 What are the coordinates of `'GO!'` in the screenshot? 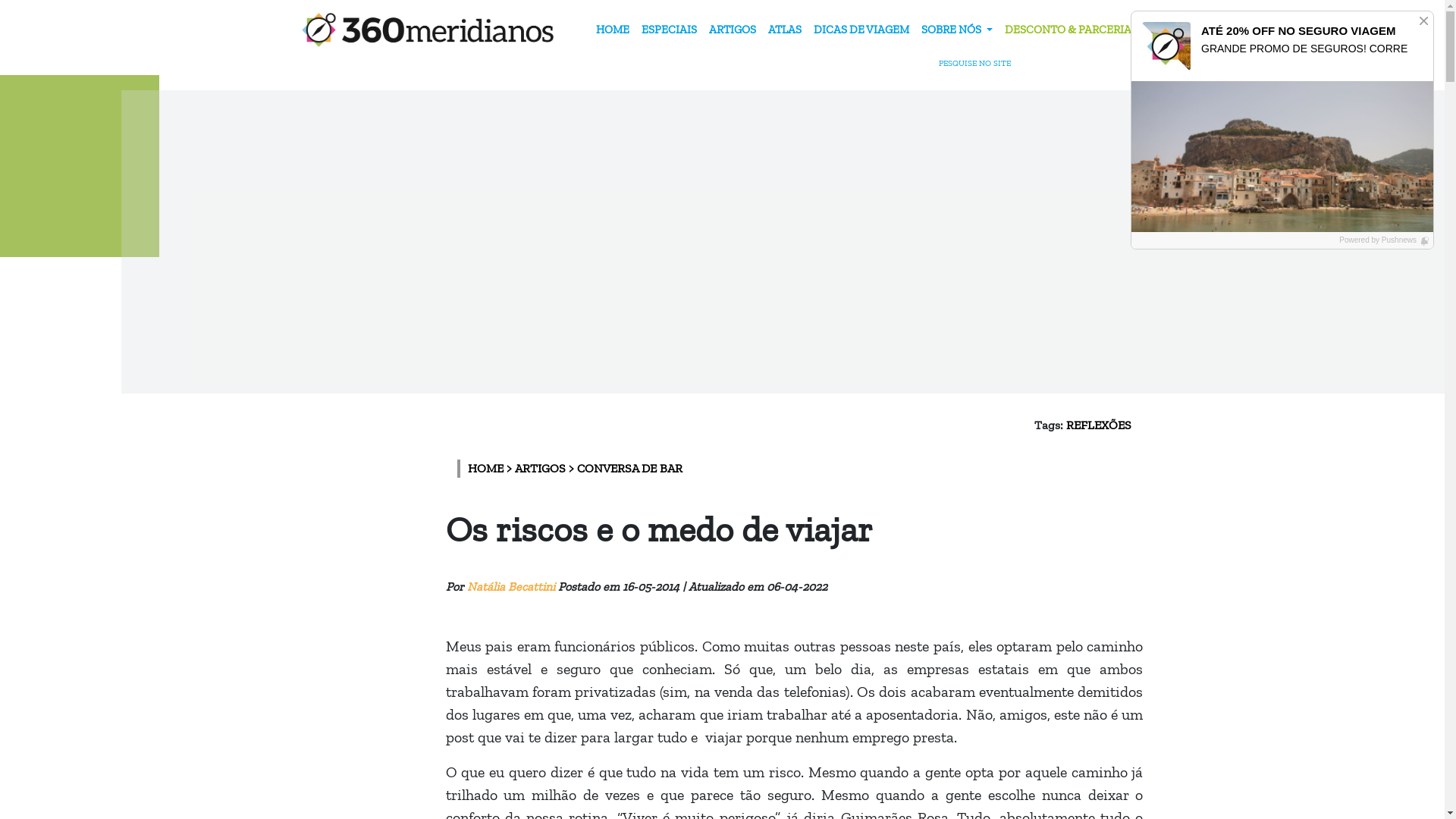 It's located at (1013, 32).